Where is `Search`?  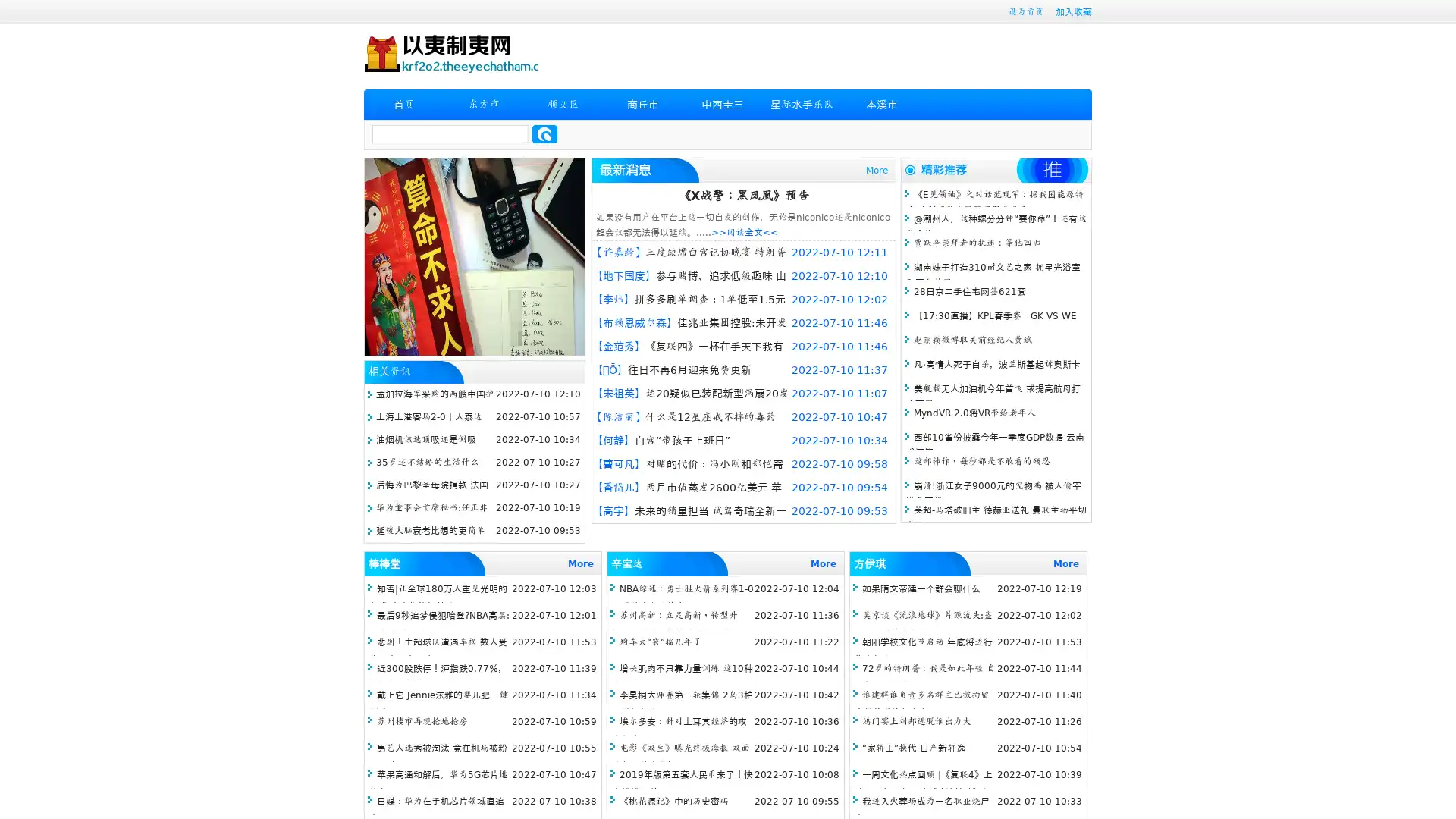 Search is located at coordinates (544, 133).